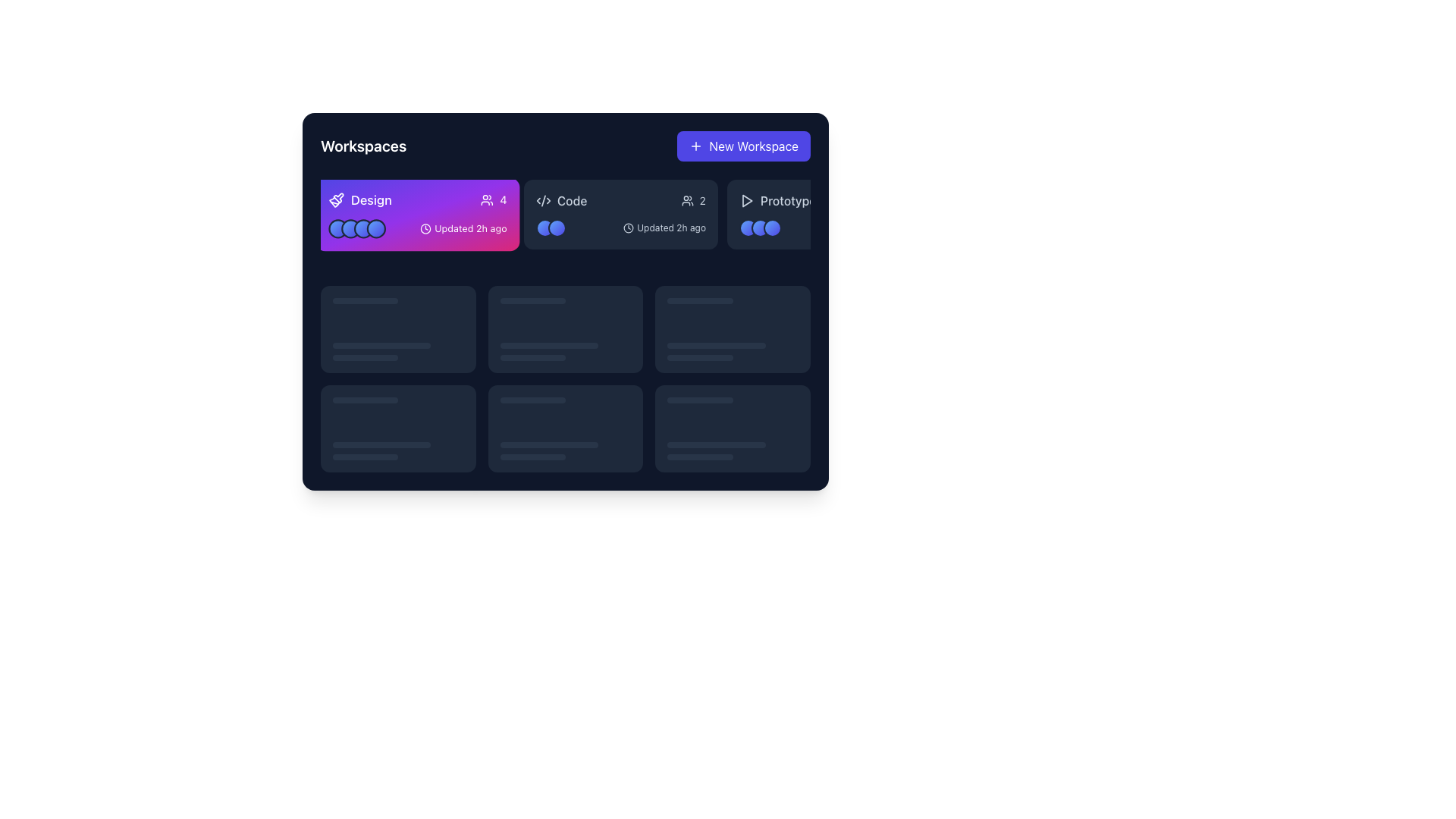 The image size is (1456, 819). What do you see at coordinates (664, 227) in the screenshot?
I see `the text element displaying the last update time for the associated card located in the second card under the 'Code' section` at bounding box center [664, 227].